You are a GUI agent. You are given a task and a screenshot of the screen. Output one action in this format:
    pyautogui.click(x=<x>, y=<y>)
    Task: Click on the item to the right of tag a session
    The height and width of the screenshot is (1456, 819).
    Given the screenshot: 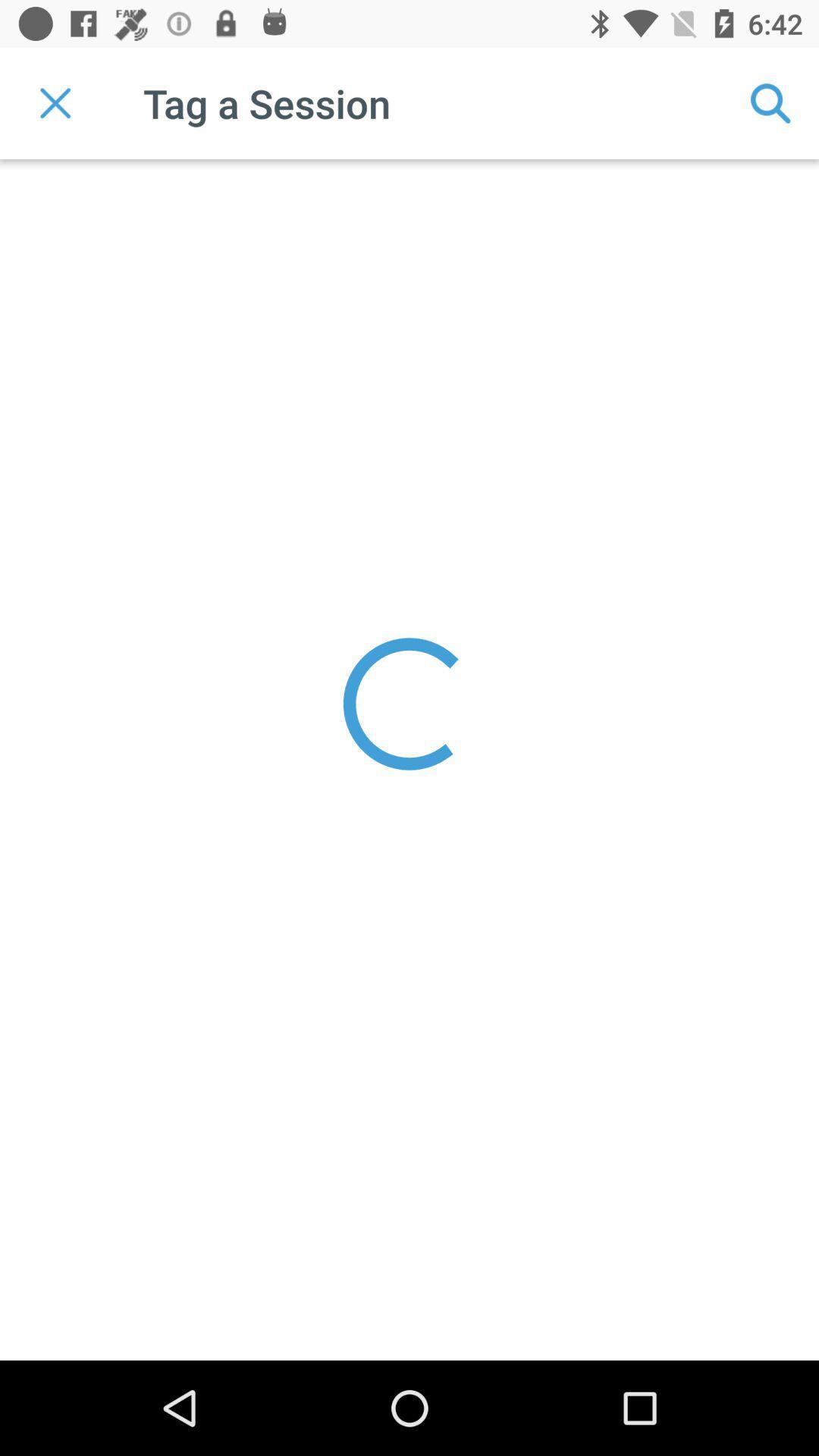 What is the action you would take?
    pyautogui.click(x=771, y=102)
    